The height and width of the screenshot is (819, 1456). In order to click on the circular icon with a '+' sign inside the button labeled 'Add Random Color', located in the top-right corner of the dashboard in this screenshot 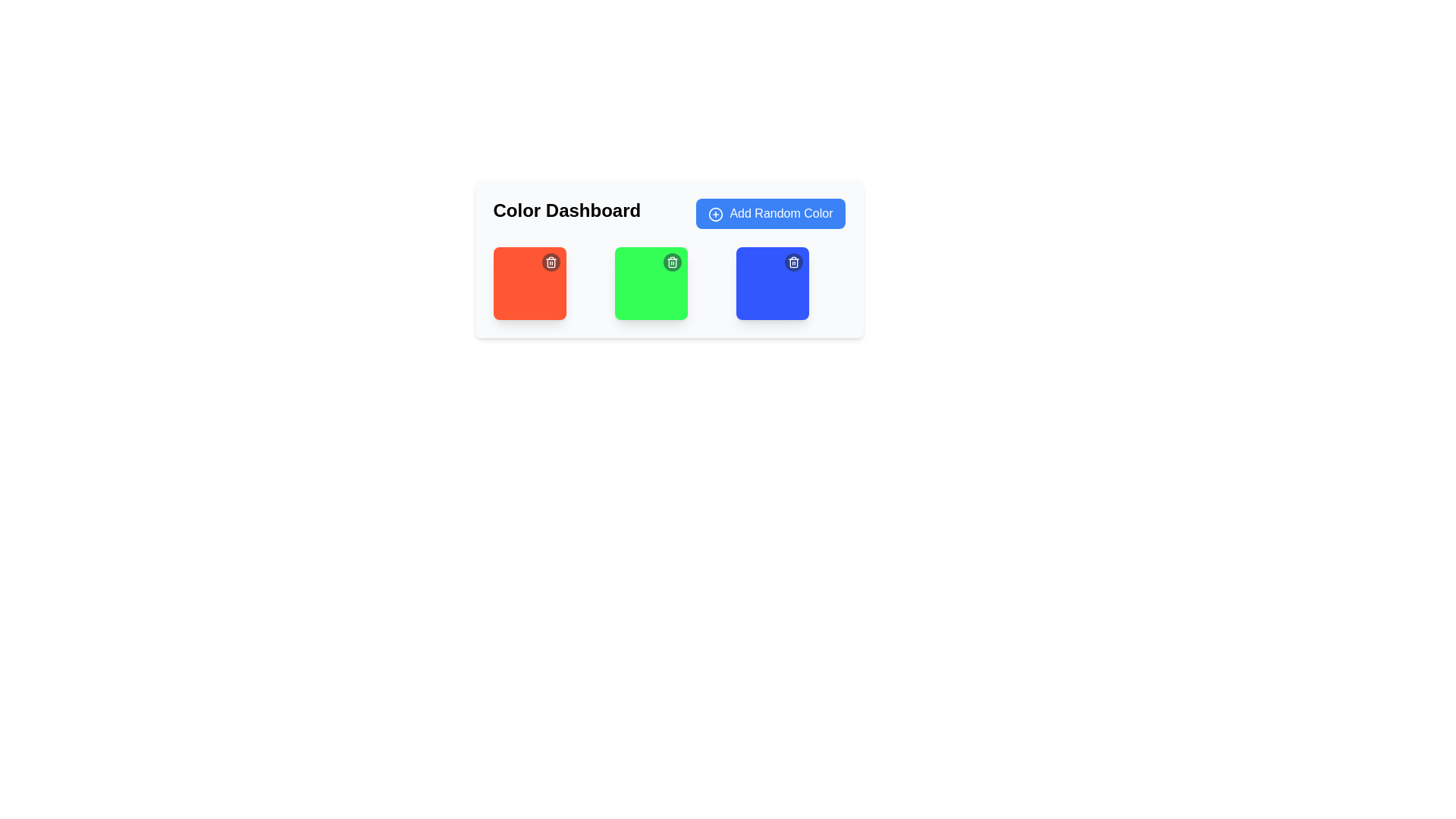, I will do `click(715, 214)`.